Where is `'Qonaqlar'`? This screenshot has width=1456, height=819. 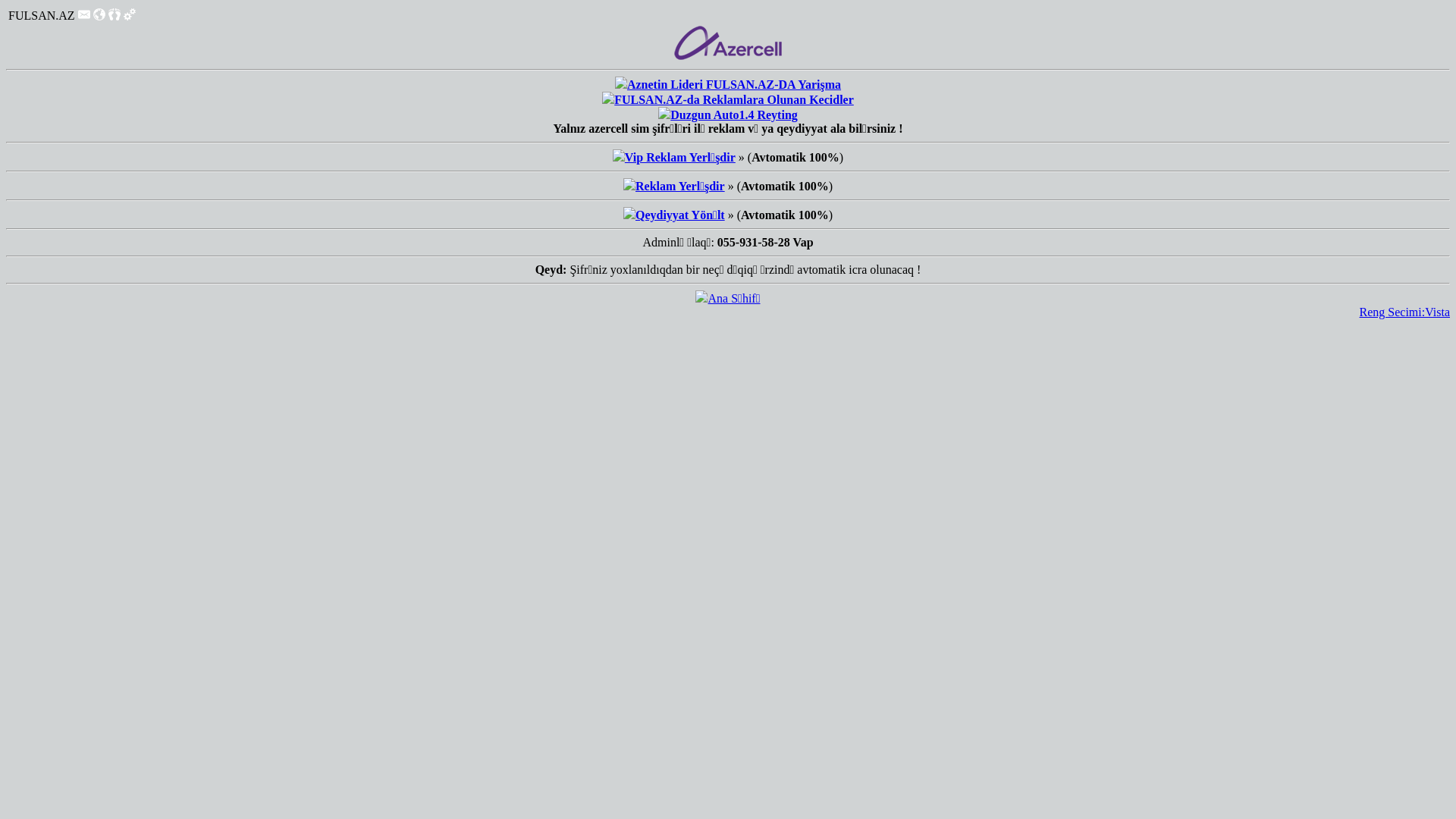
'Qonaqlar' is located at coordinates (113, 14).